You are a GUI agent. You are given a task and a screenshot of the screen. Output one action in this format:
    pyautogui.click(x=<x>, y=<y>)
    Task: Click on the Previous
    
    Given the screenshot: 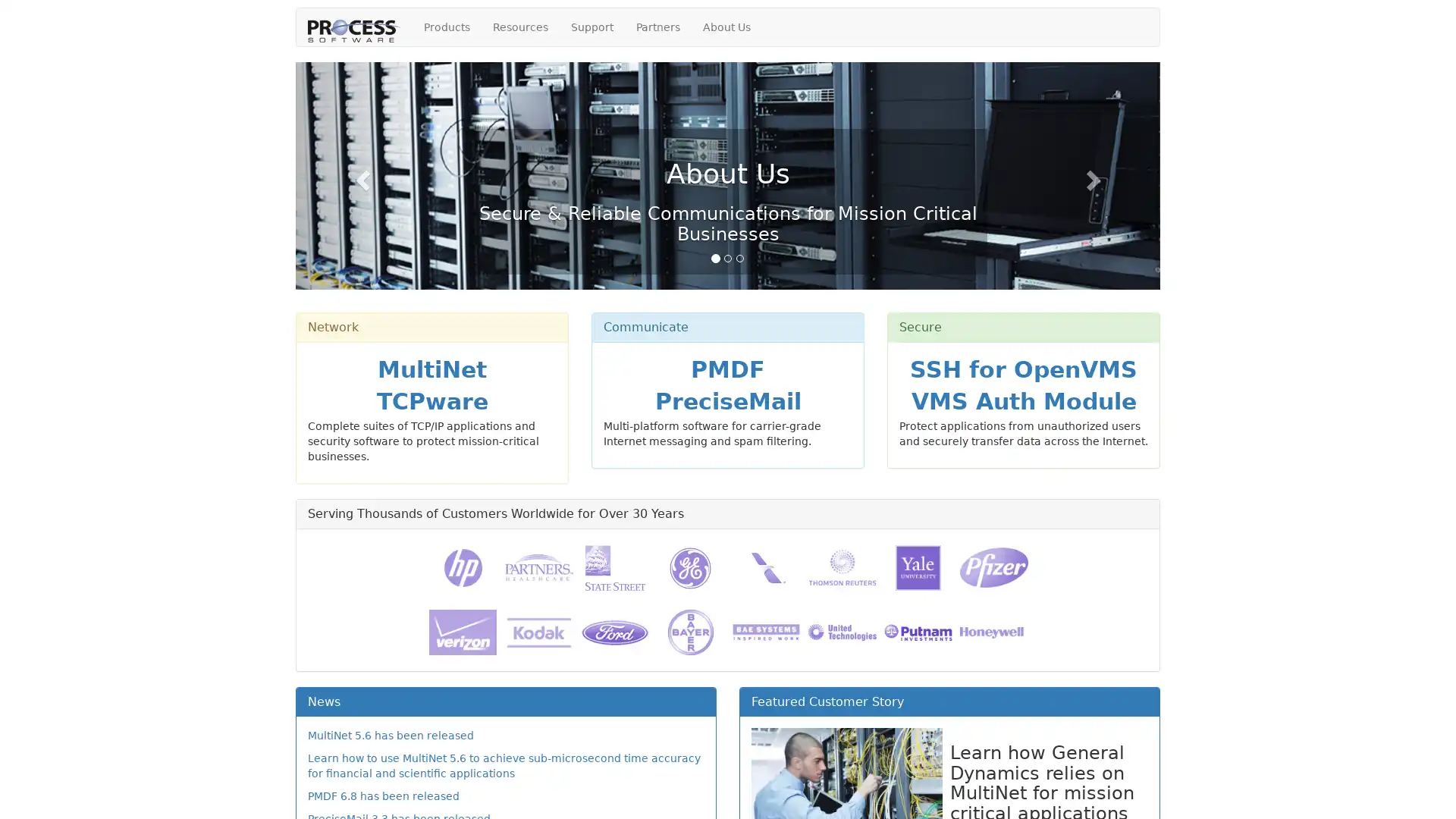 What is the action you would take?
    pyautogui.click(x=359, y=174)
    